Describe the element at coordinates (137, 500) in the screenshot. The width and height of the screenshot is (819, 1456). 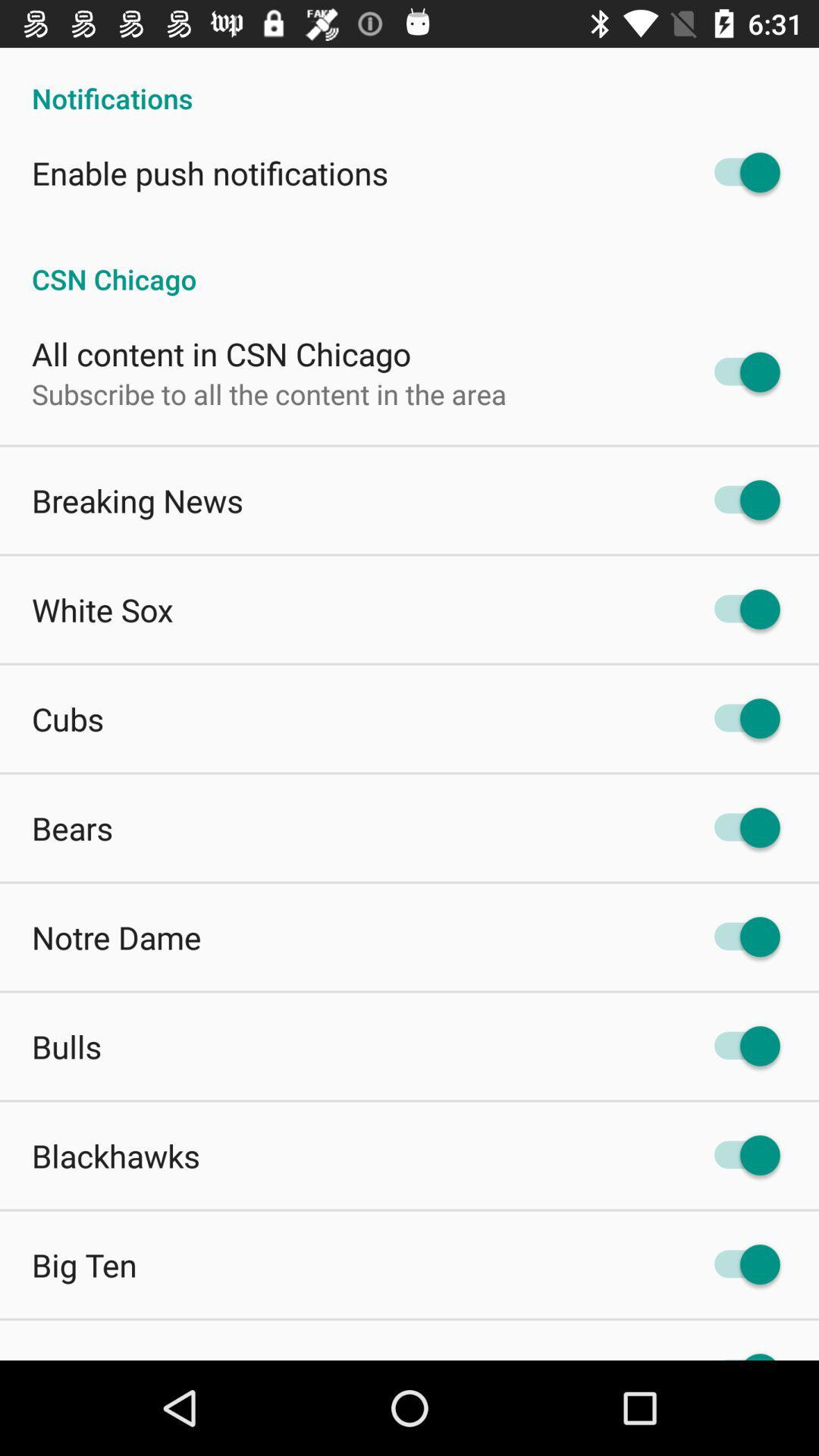
I see `app below subscribe to all icon` at that location.